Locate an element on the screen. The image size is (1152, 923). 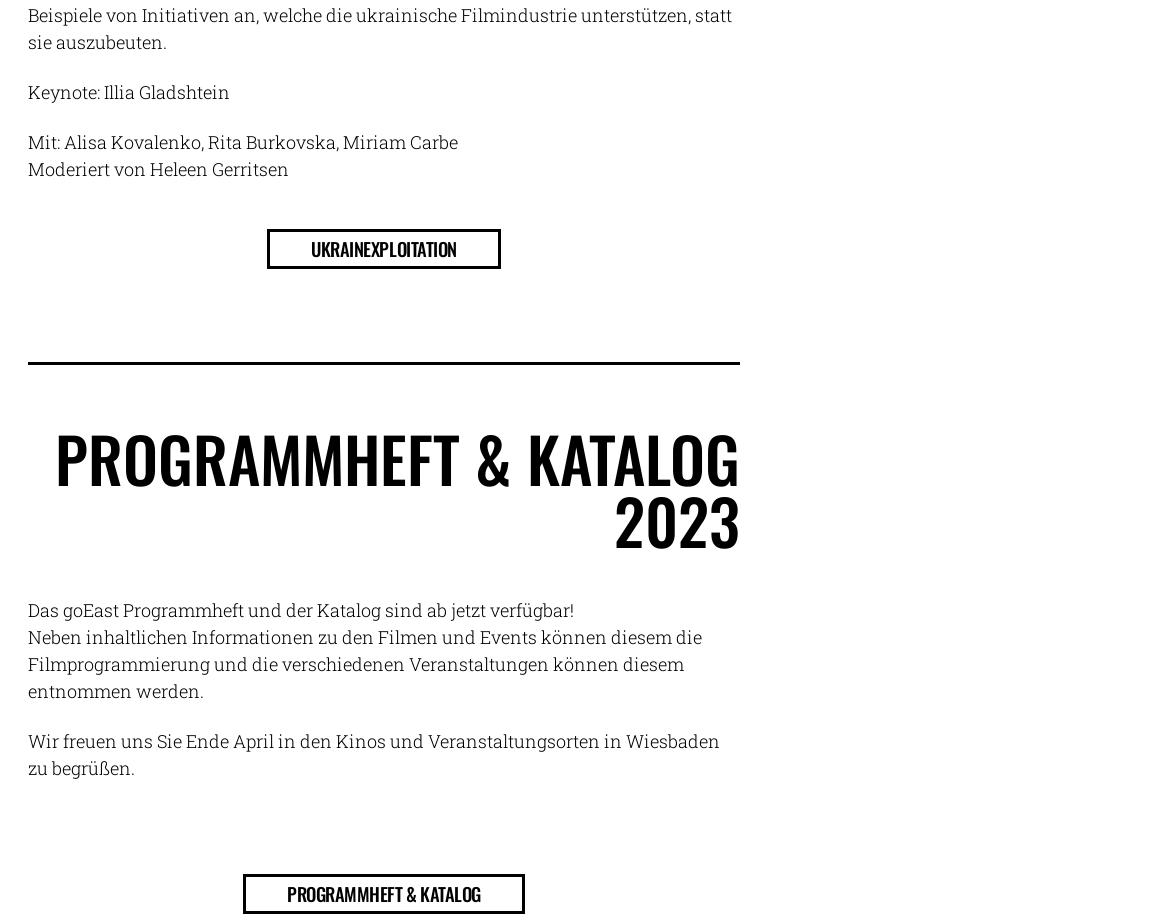
'PROGRAMMHEFT & KATALOG' is located at coordinates (53, 456).